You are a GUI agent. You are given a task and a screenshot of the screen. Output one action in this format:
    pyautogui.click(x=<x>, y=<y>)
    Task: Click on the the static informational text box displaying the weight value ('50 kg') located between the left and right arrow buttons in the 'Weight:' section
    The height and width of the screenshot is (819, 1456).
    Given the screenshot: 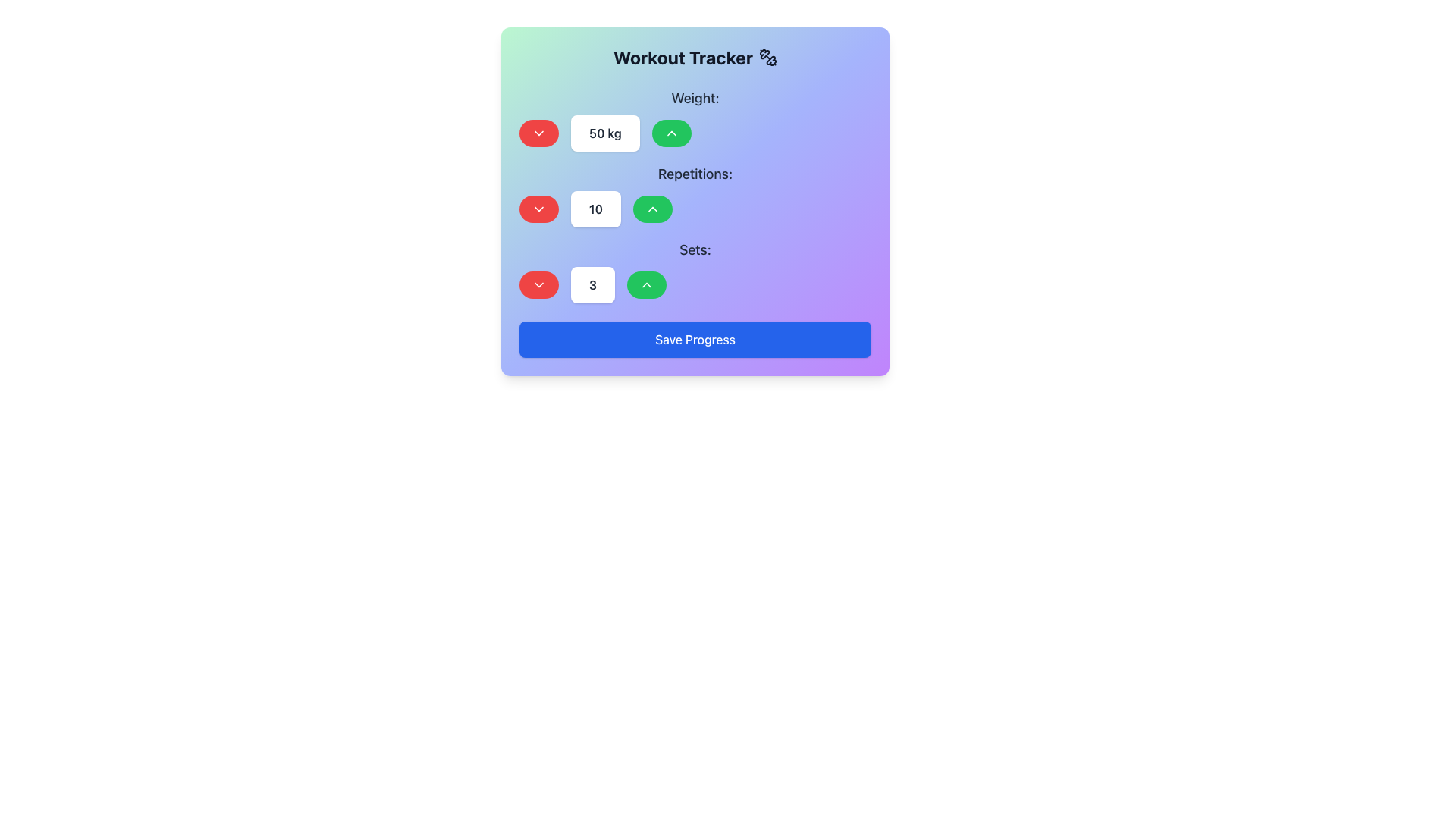 What is the action you would take?
    pyautogui.click(x=604, y=133)
    